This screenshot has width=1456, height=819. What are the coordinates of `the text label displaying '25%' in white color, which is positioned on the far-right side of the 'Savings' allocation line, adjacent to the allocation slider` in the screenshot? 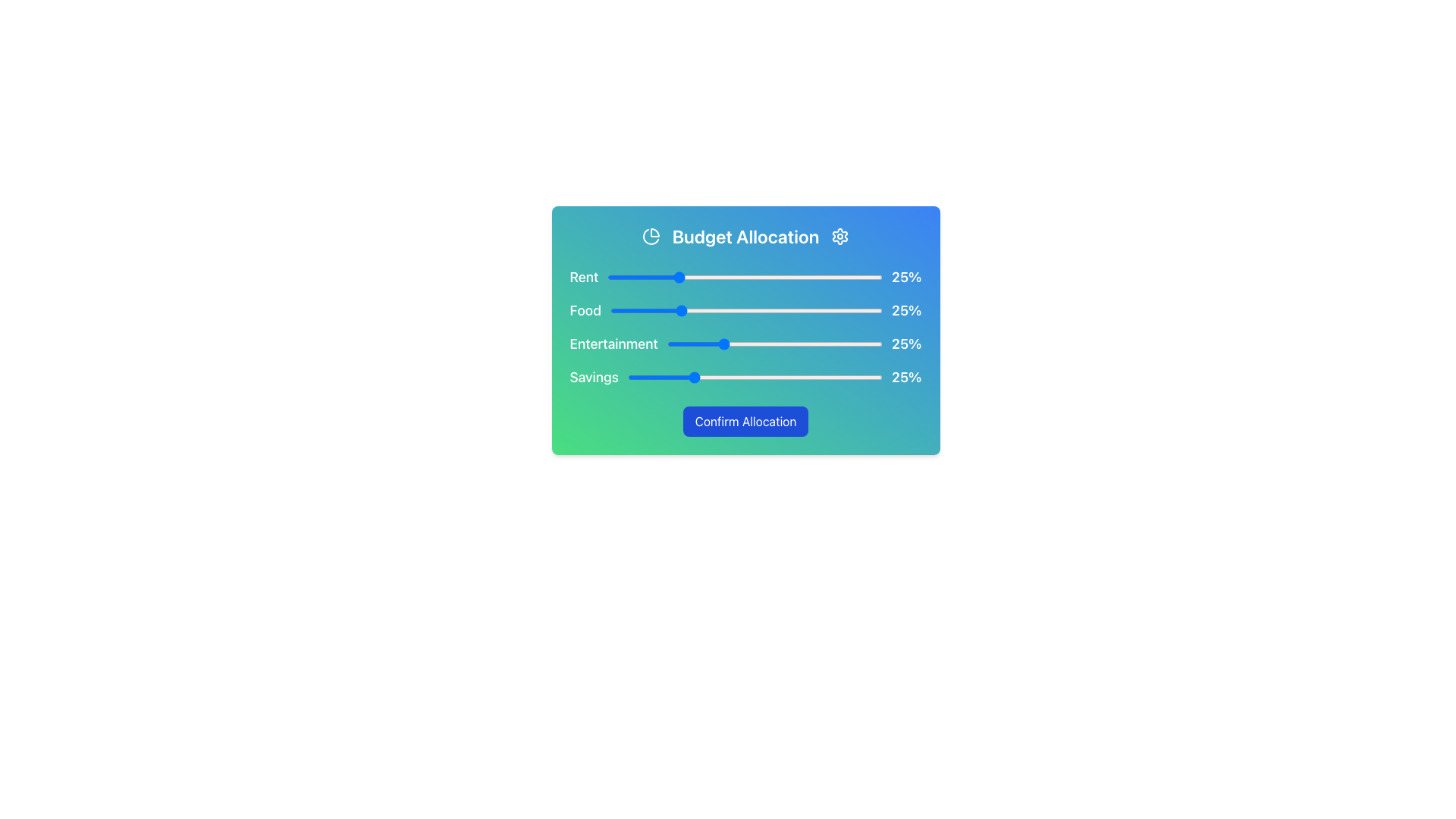 It's located at (906, 376).